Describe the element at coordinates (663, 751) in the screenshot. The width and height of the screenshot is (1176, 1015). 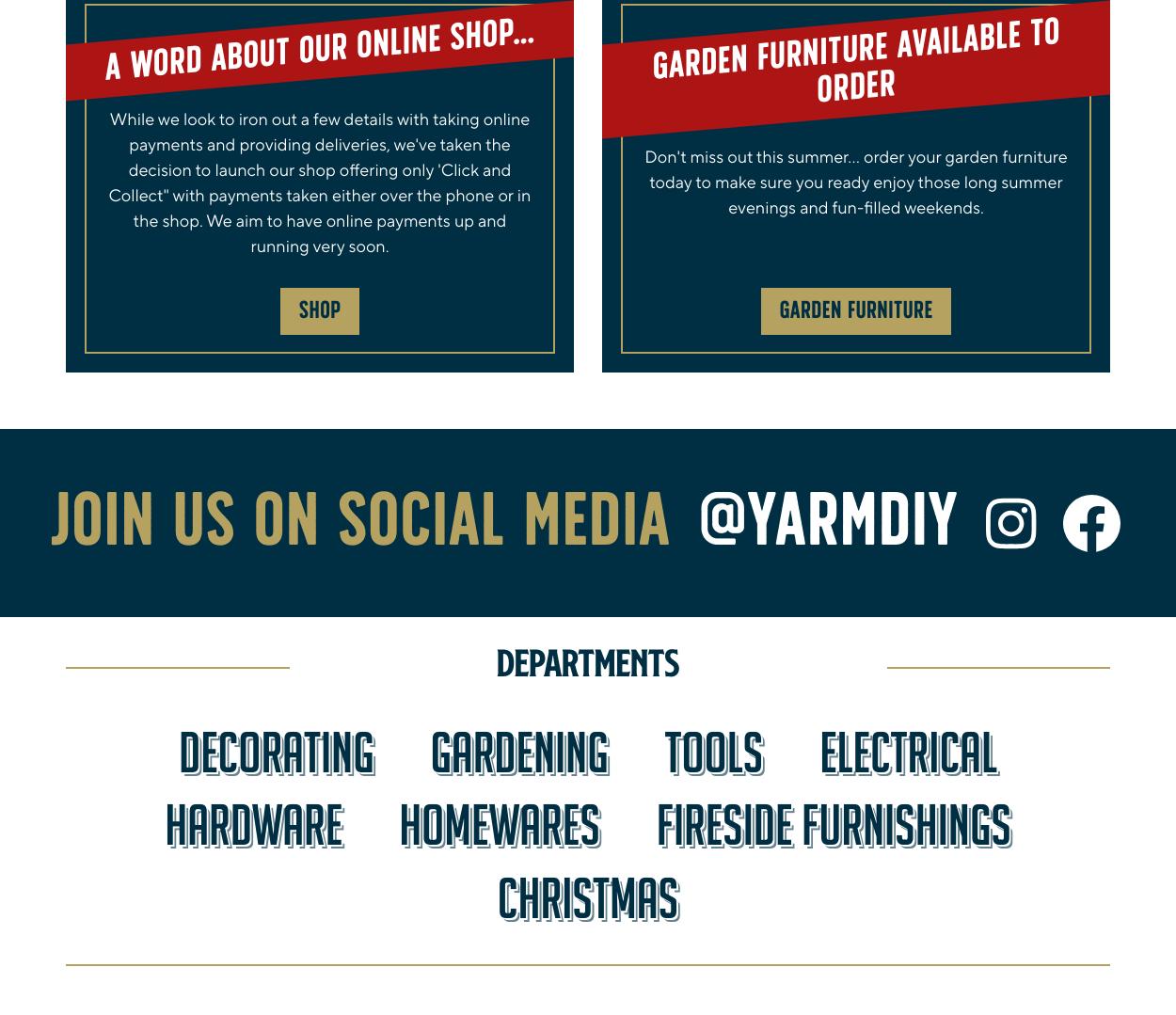
I see `'Tools'` at that location.